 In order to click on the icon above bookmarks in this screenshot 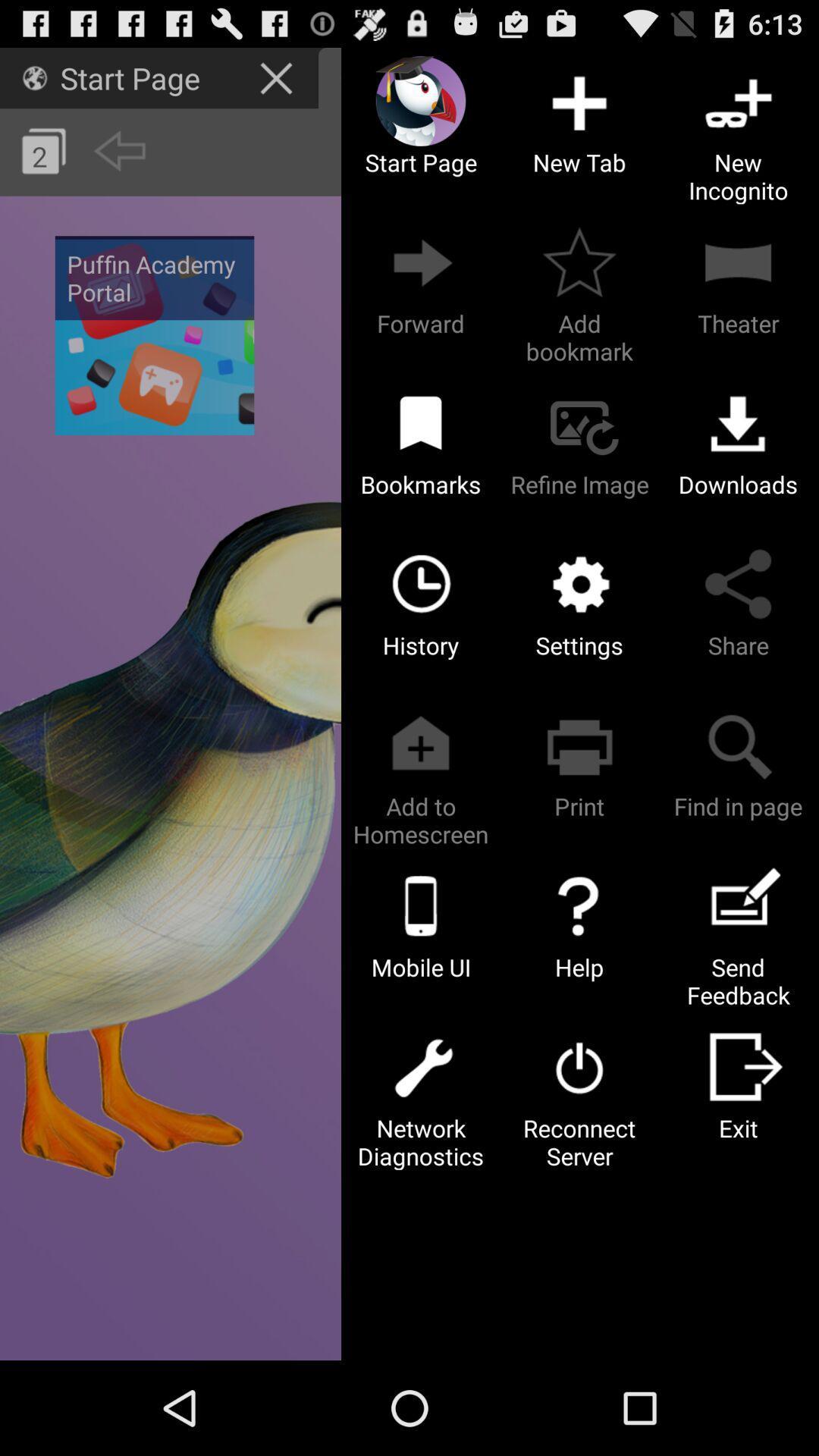, I will do `click(421, 422)`.